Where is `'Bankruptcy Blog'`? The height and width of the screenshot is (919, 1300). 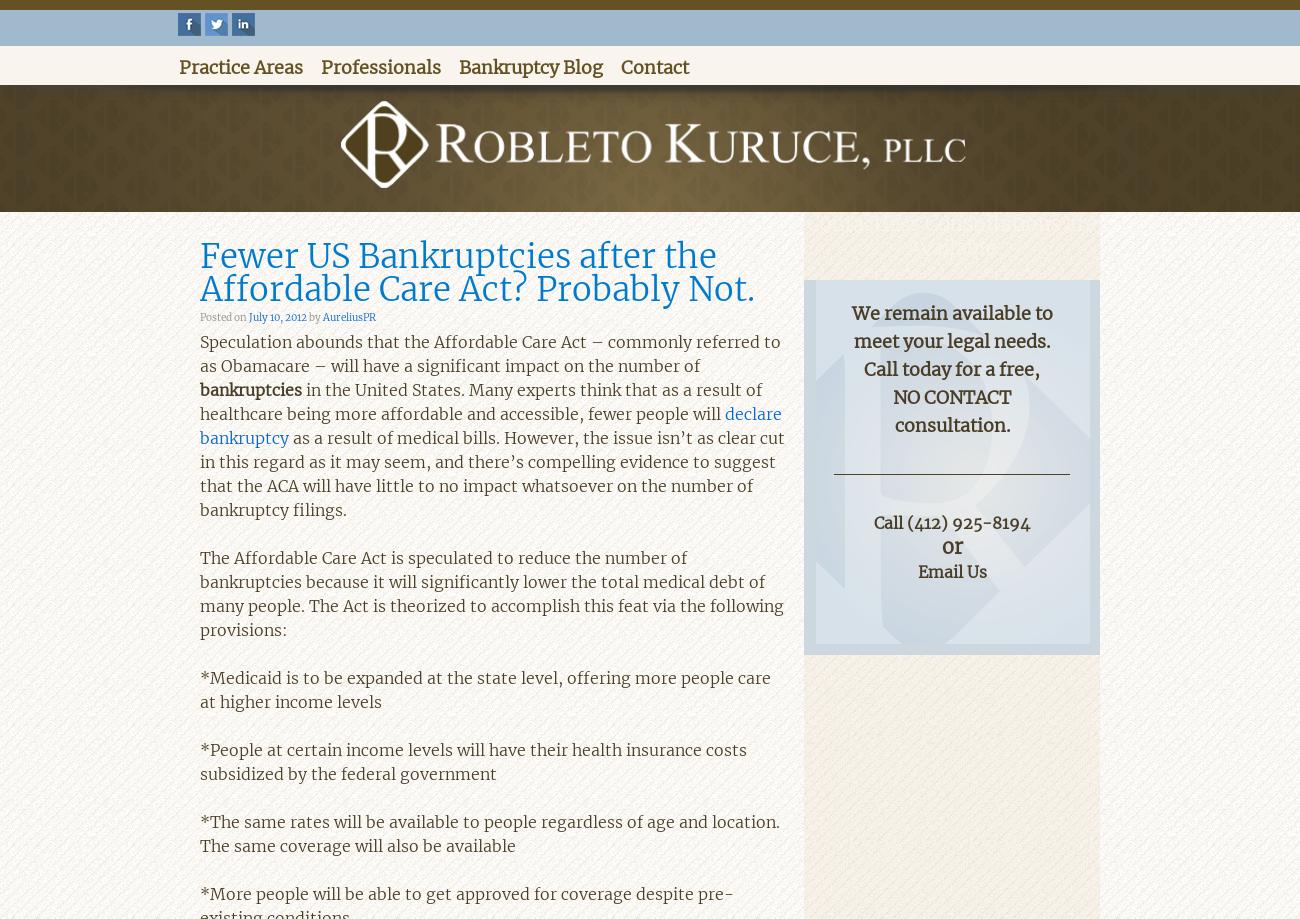 'Bankruptcy Blog' is located at coordinates (531, 67).